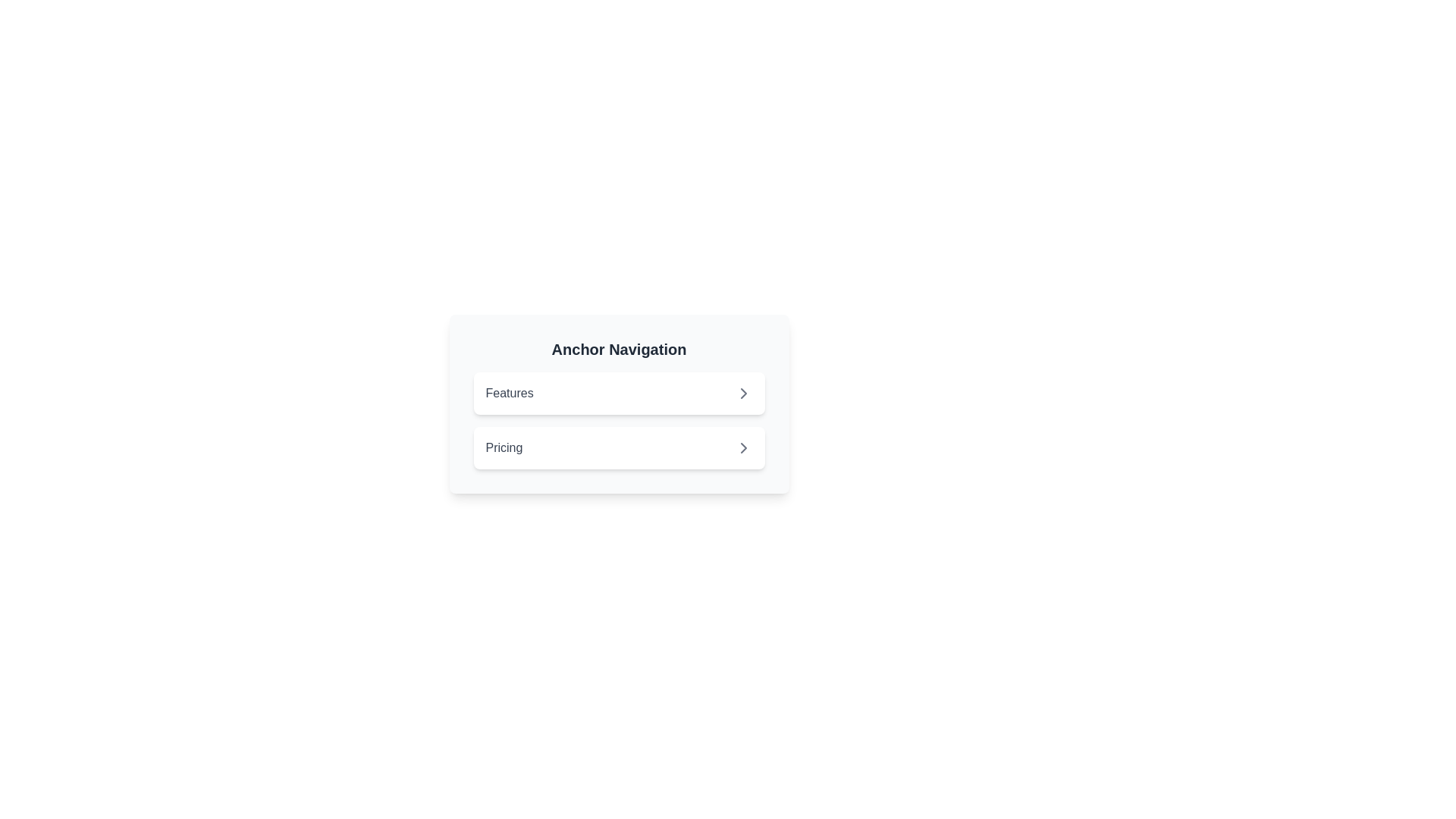  What do you see at coordinates (504, 447) in the screenshot?
I see `the Text label that serves as a description for the 'Pricing' section, positioned as the second item in a vertical list below 'Features'` at bounding box center [504, 447].